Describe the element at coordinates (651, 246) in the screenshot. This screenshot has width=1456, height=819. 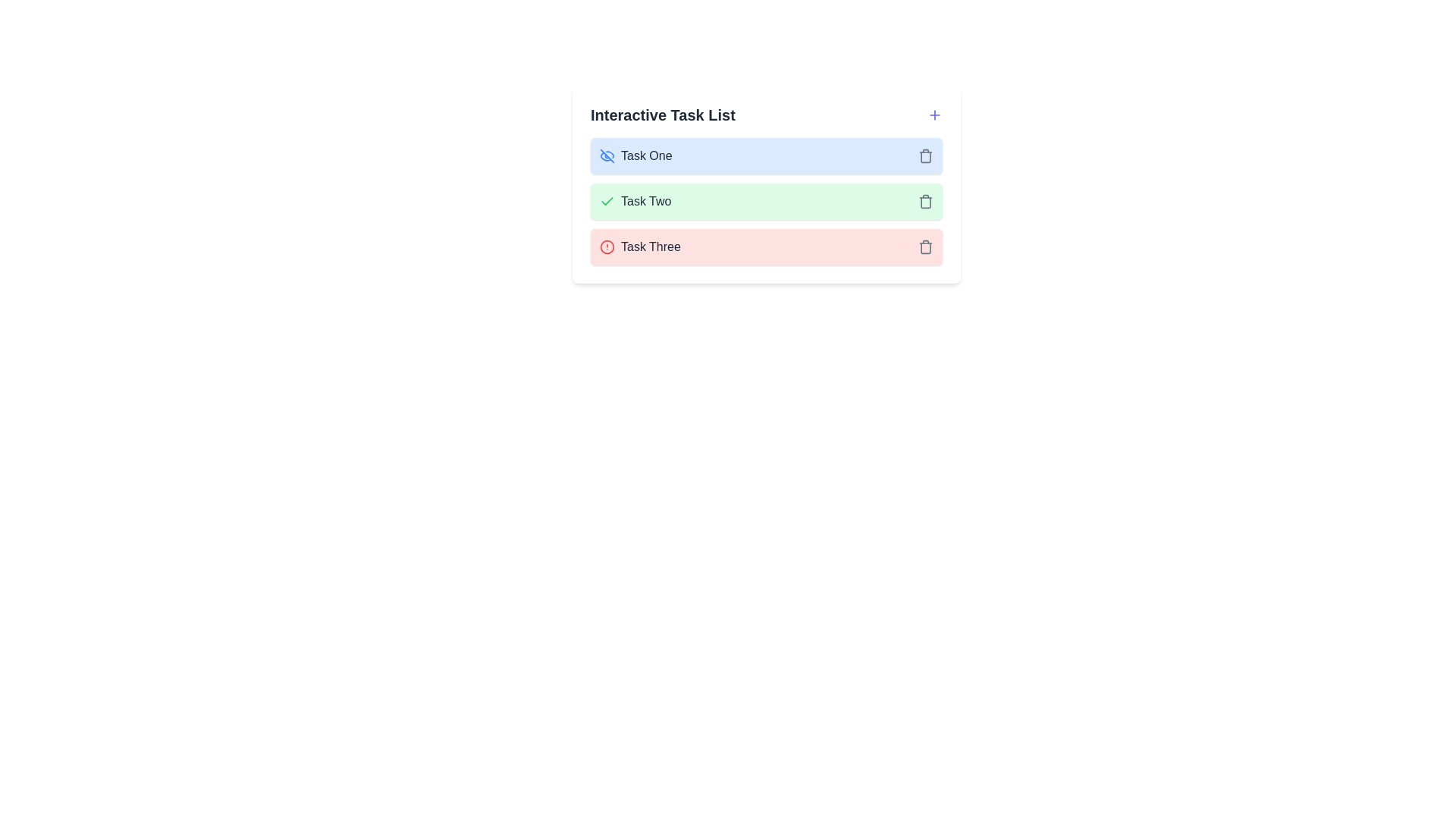
I see `the text label displaying 'Task Three' which is part of the 'Interactive Task List' and is highlighted with a red background, indicating a potential error or warning` at that location.